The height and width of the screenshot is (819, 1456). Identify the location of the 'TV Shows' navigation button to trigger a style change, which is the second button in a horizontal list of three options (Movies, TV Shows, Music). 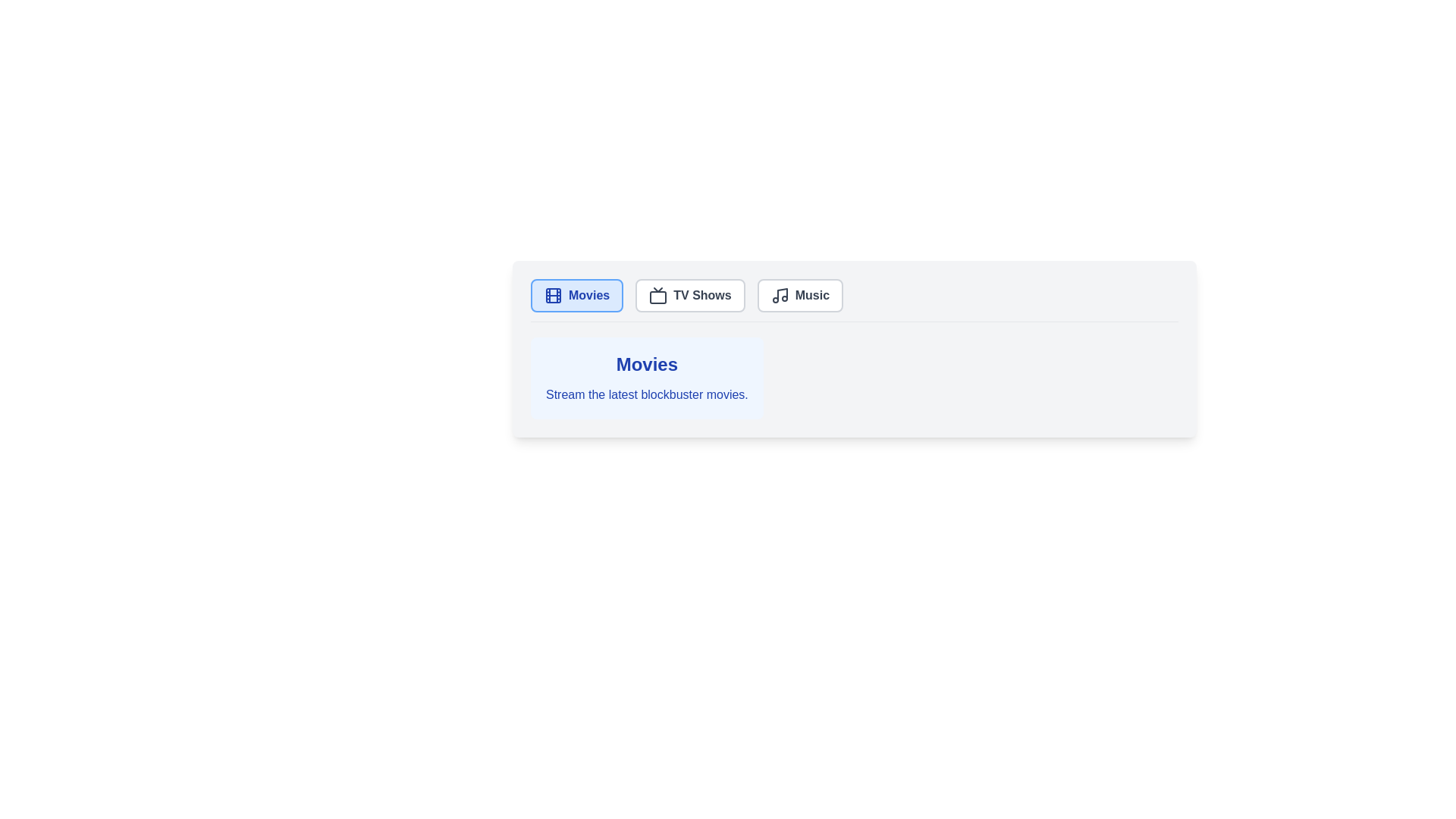
(689, 295).